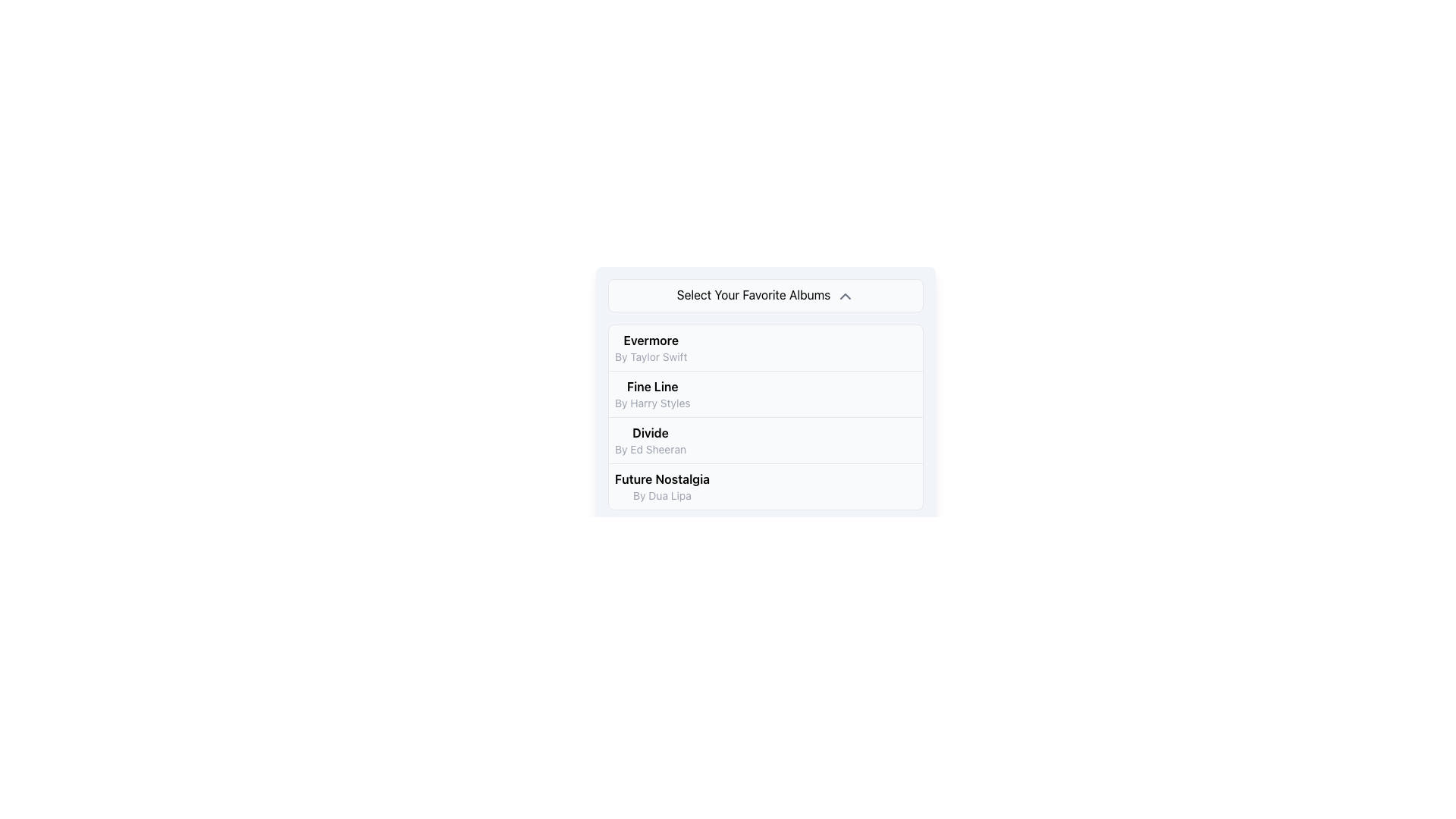 This screenshot has width=1456, height=819. I want to click on text label displaying 'By Harry Styles', which is positioned below the 'Fine Line' title in the vertical item list, so click(652, 402).